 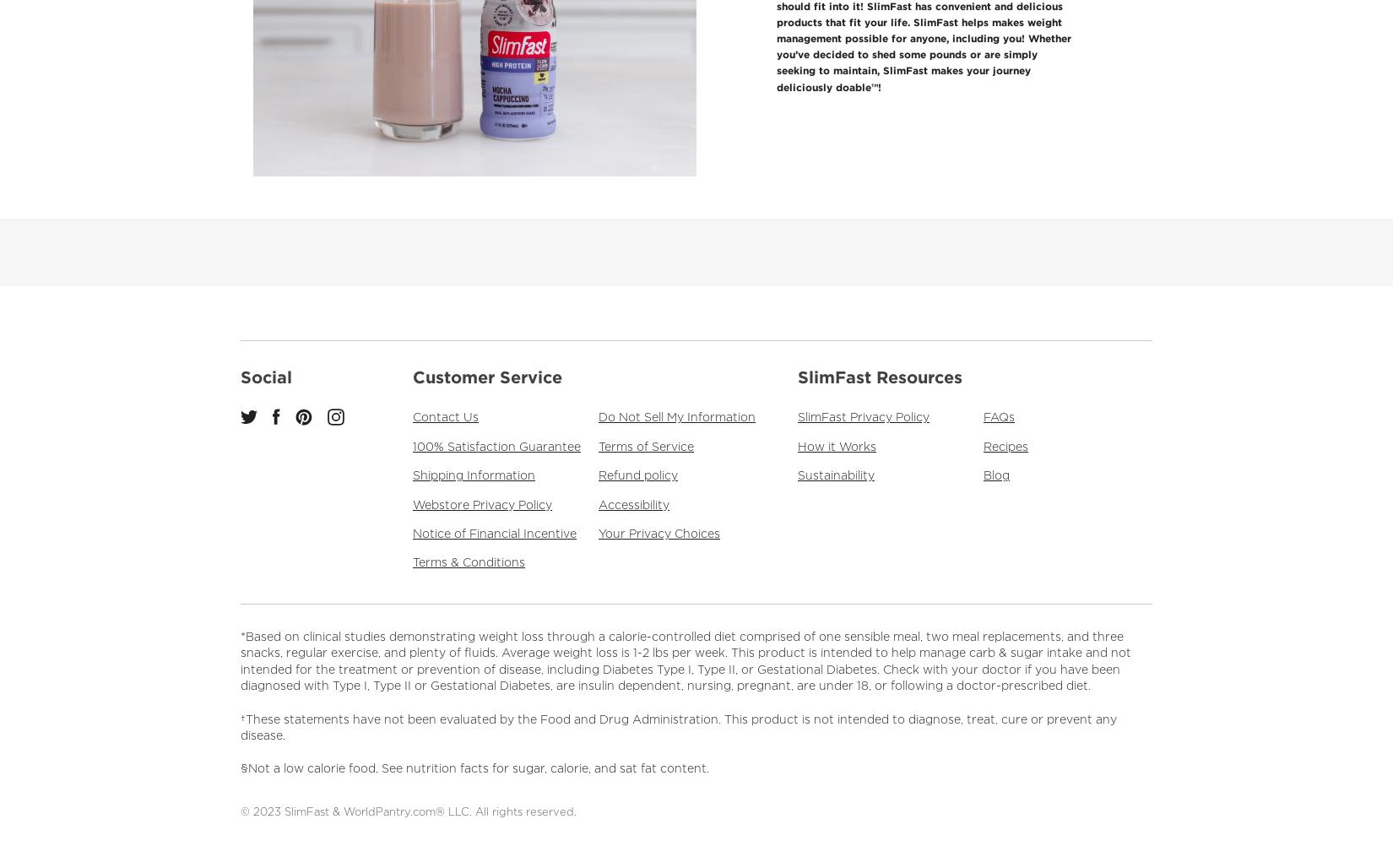 I want to click on 'Terms of Service', so click(x=598, y=447).